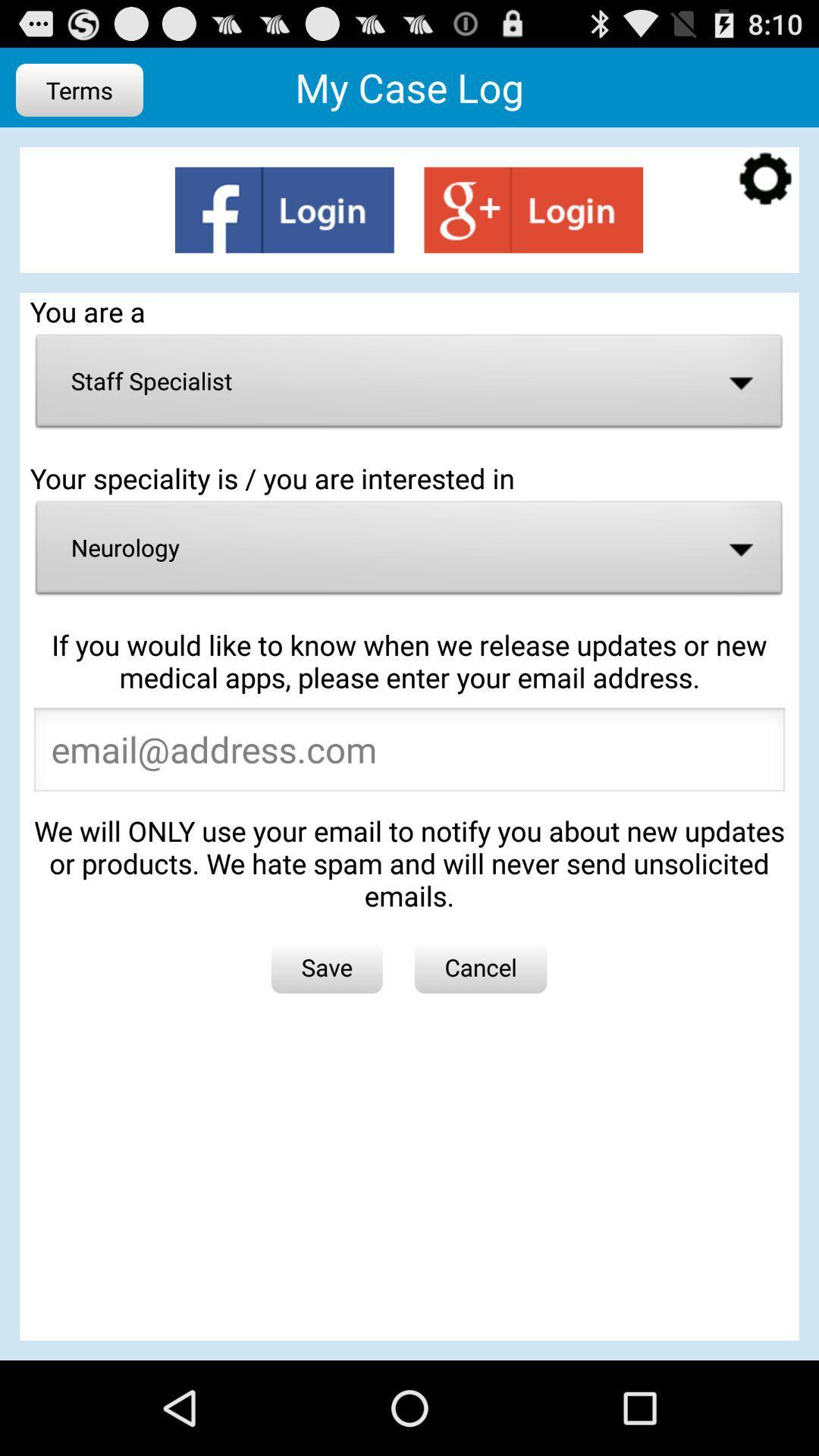 The image size is (819, 1456). What do you see at coordinates (765, 192) in the screenshot?
I see `the settings icon` at bounding box center [765, 192].